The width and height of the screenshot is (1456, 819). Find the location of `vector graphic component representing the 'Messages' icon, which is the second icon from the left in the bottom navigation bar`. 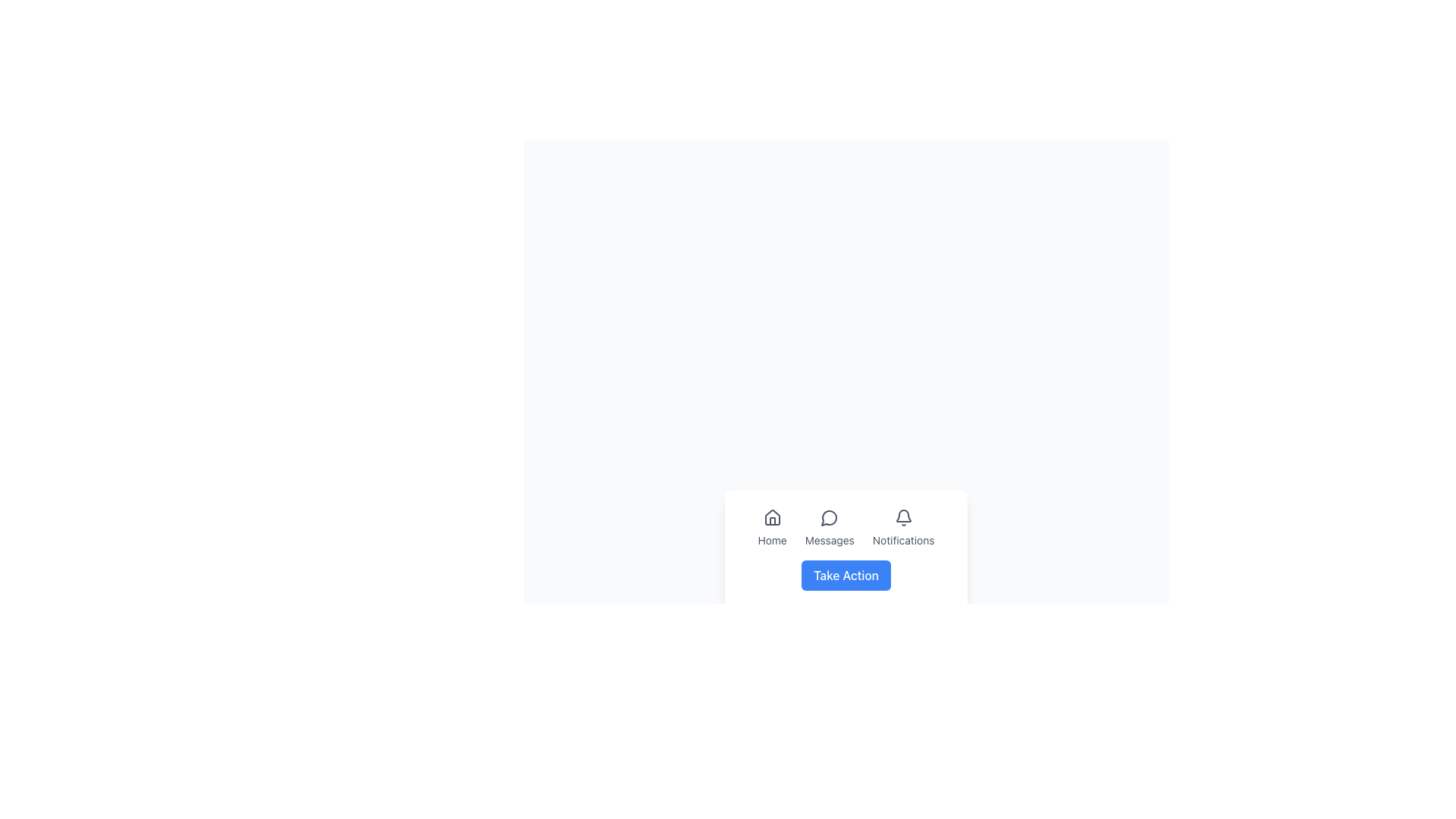

vector graphic component representing the 'Messages' icon, which is the second icon from the left in the bottom navigation bar is located at coordinates (828, 517).